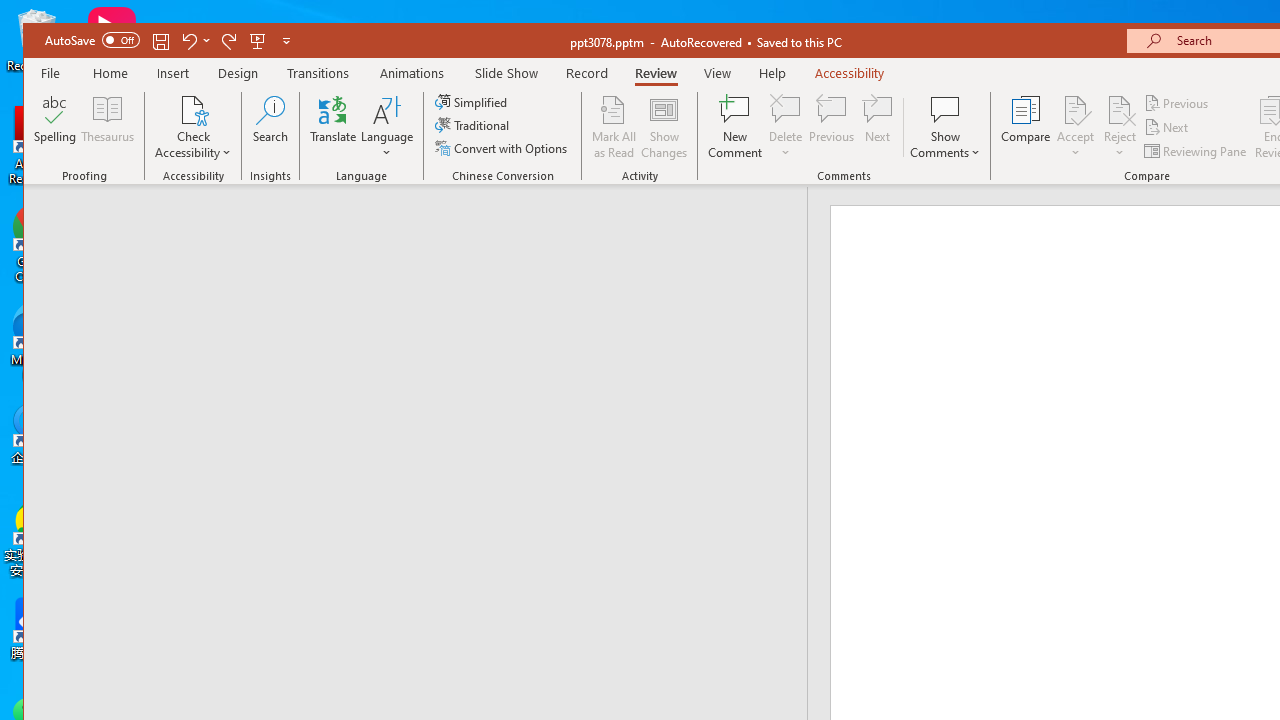  What do you see at coordinates (387, 127) in the screenshot?
I see `'Language'` at bounding box center [387, 127].